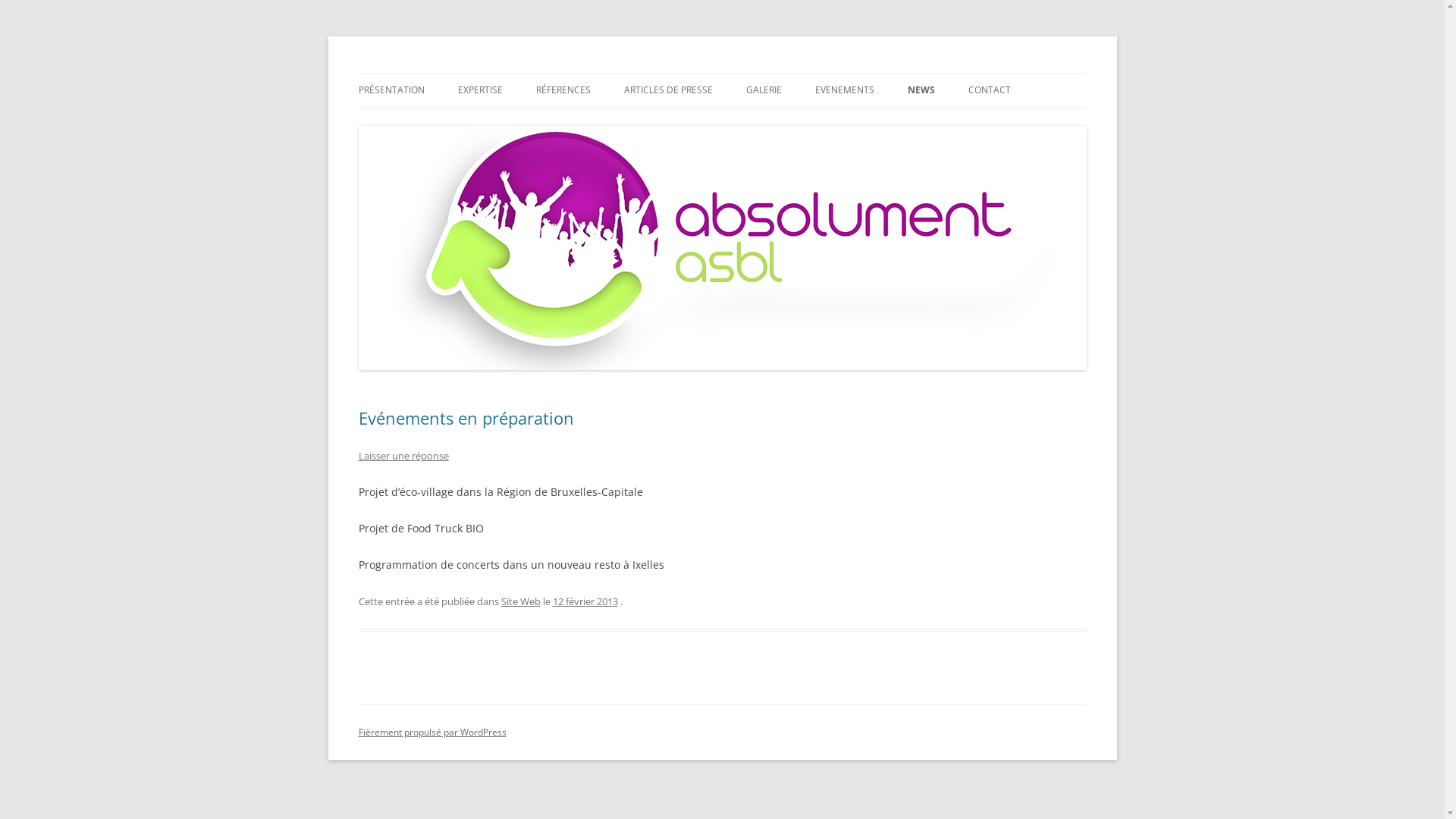 The width and height of the screenshot is (1456, 819). Describe the element at coordinates (788, 78) in the screenshot. I see `'Aller au contenu principal'` at that location.